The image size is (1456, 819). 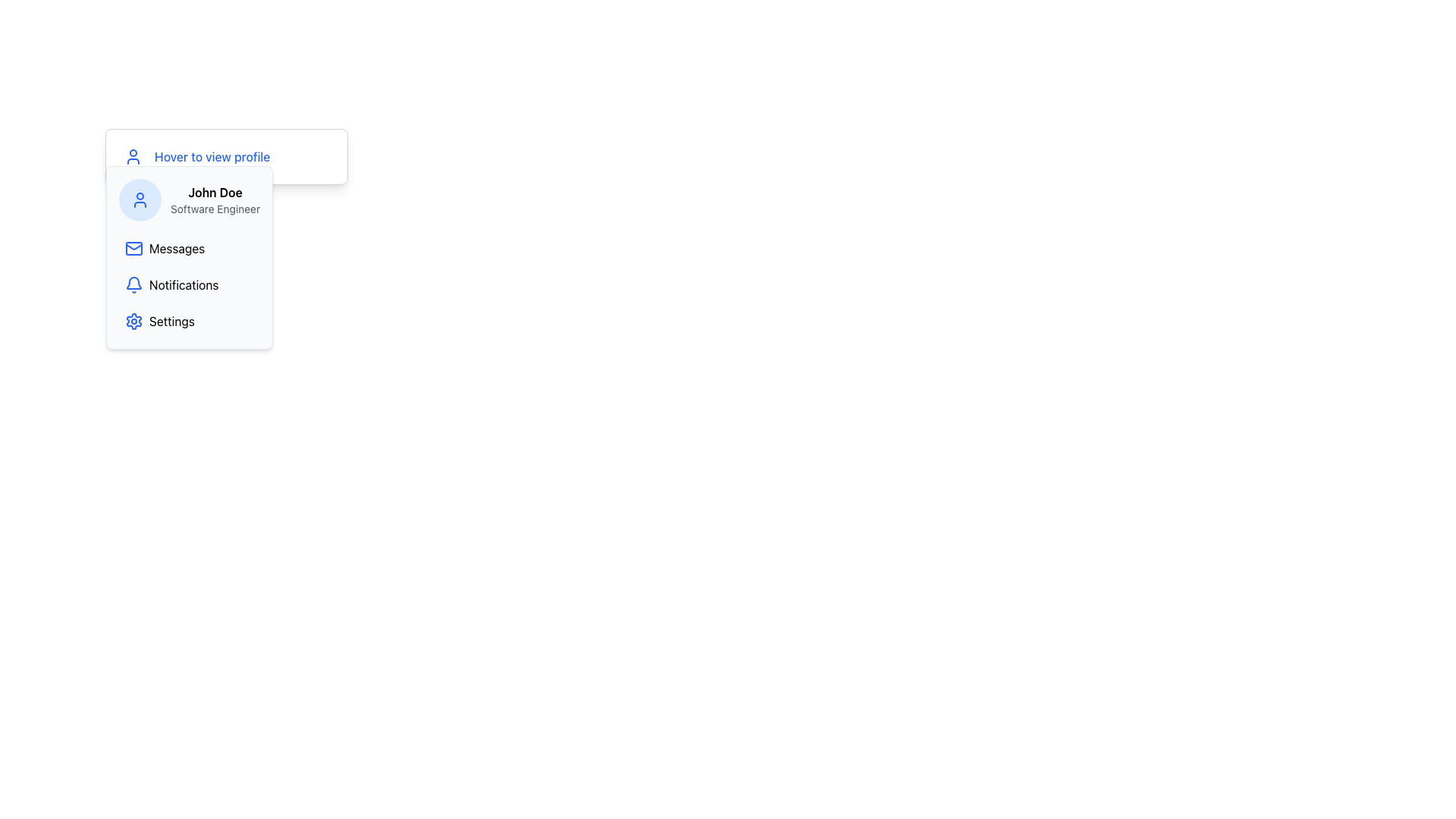 I want to click on the 'Software Engineer' static label which is styled in small gray text, located centrally below the 'John Doe' label in the dropdown menu, so click(x=215, y=209).